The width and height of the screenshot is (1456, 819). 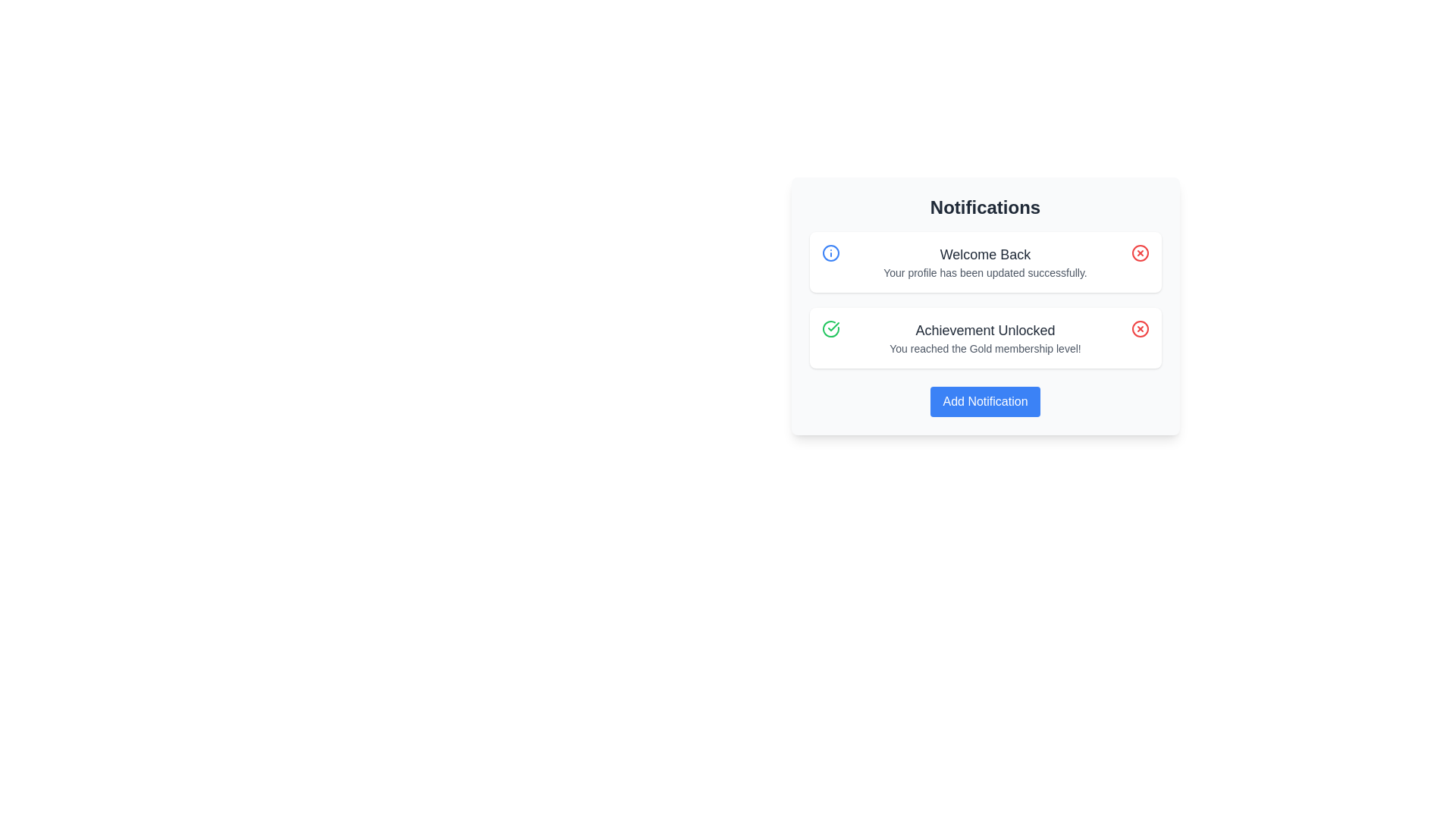 What do you see at coordinates (985, 400) in the screenshot?
I see `the 'Add Notification' button with a blue background and white text, located at the bottom of the 'Notifications' card` at bounding box center [985, 400].